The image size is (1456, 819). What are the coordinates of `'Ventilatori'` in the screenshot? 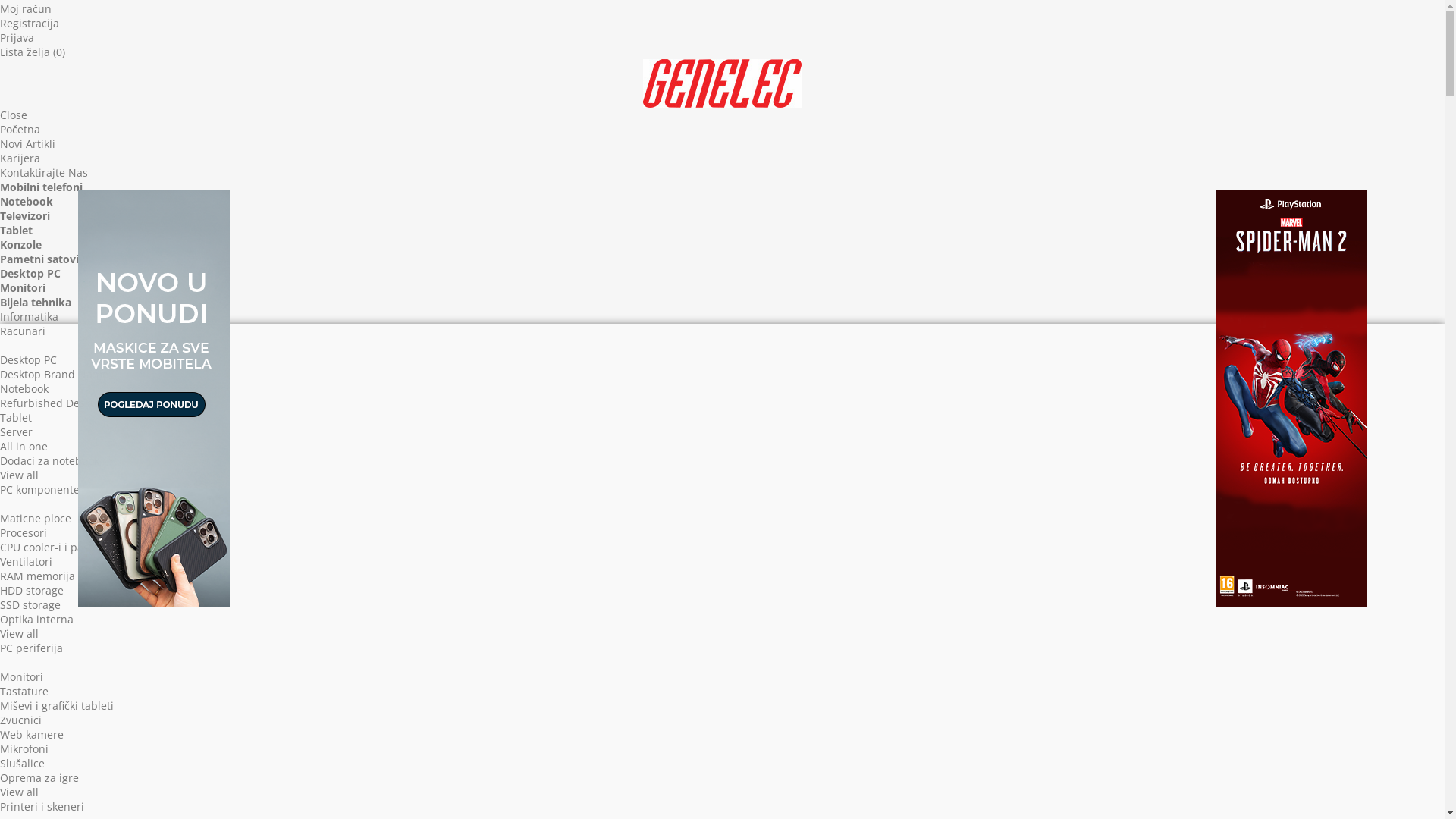 It's located at (26, 561).